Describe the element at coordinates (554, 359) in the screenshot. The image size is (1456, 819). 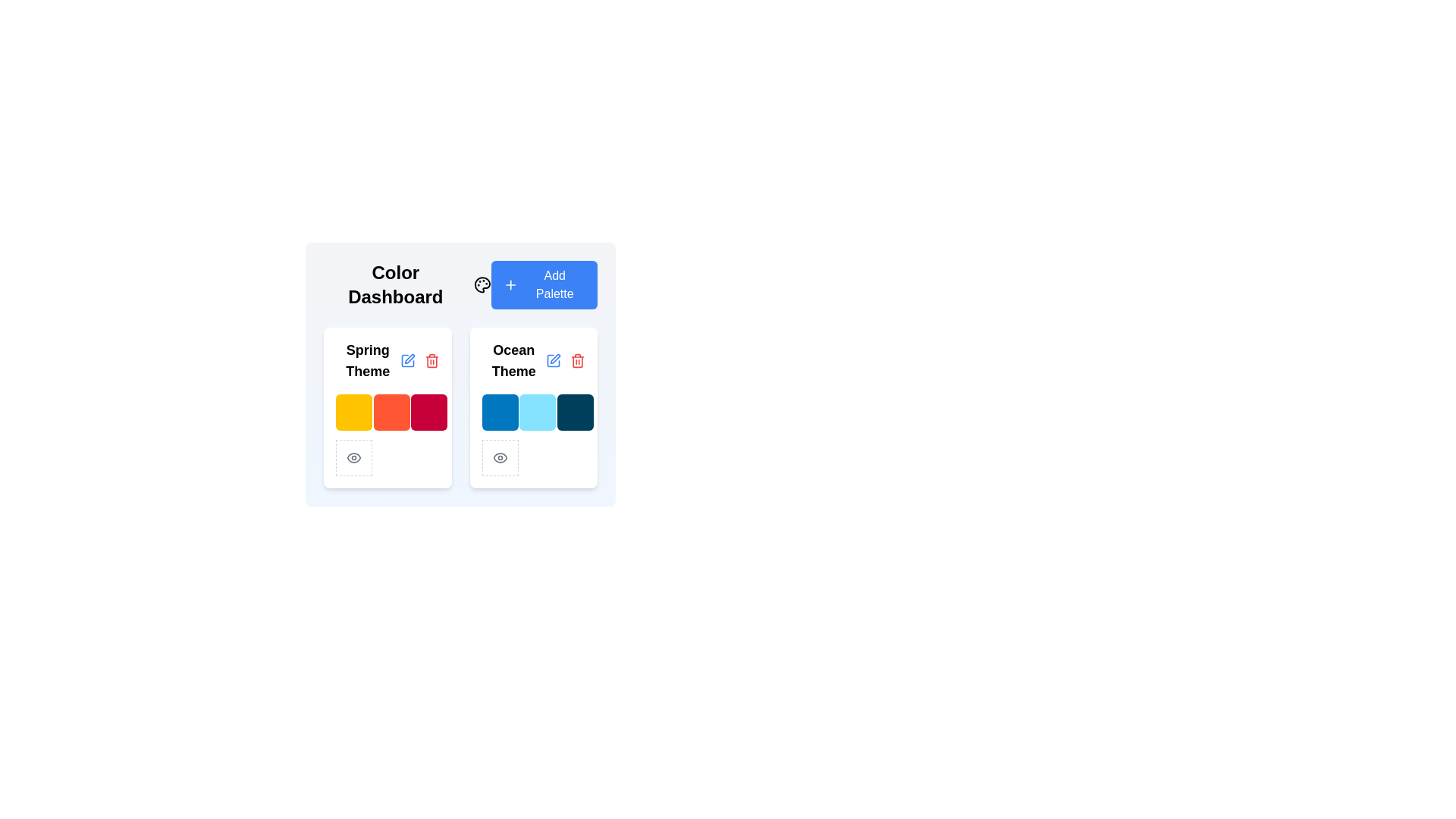
I see `the pen-square icon located in the top-right corner above the color theme cards` at that location.